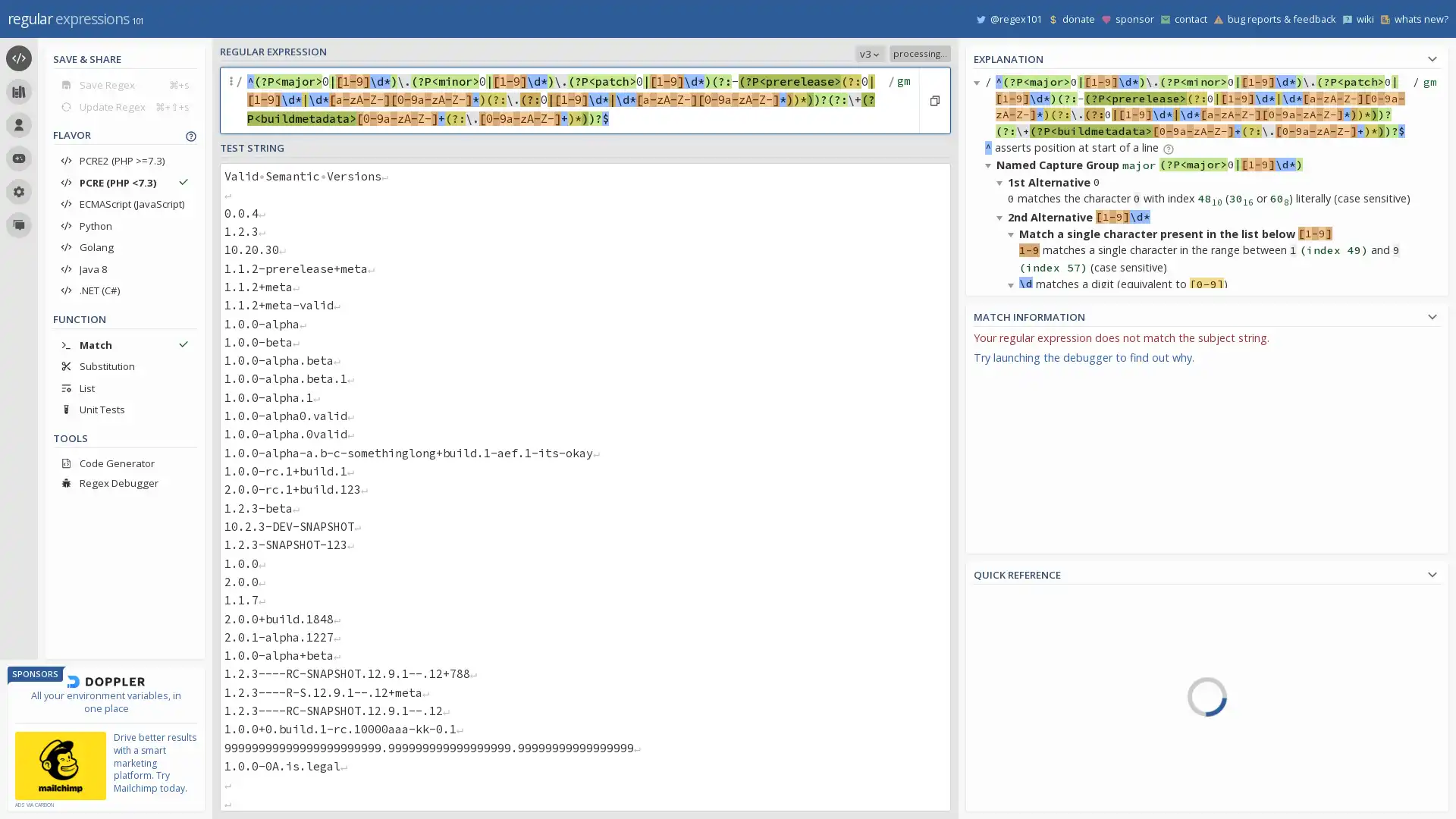 This screenshot has height=819, width=1456. I want to click on Unit Tests, so click(124, 409).